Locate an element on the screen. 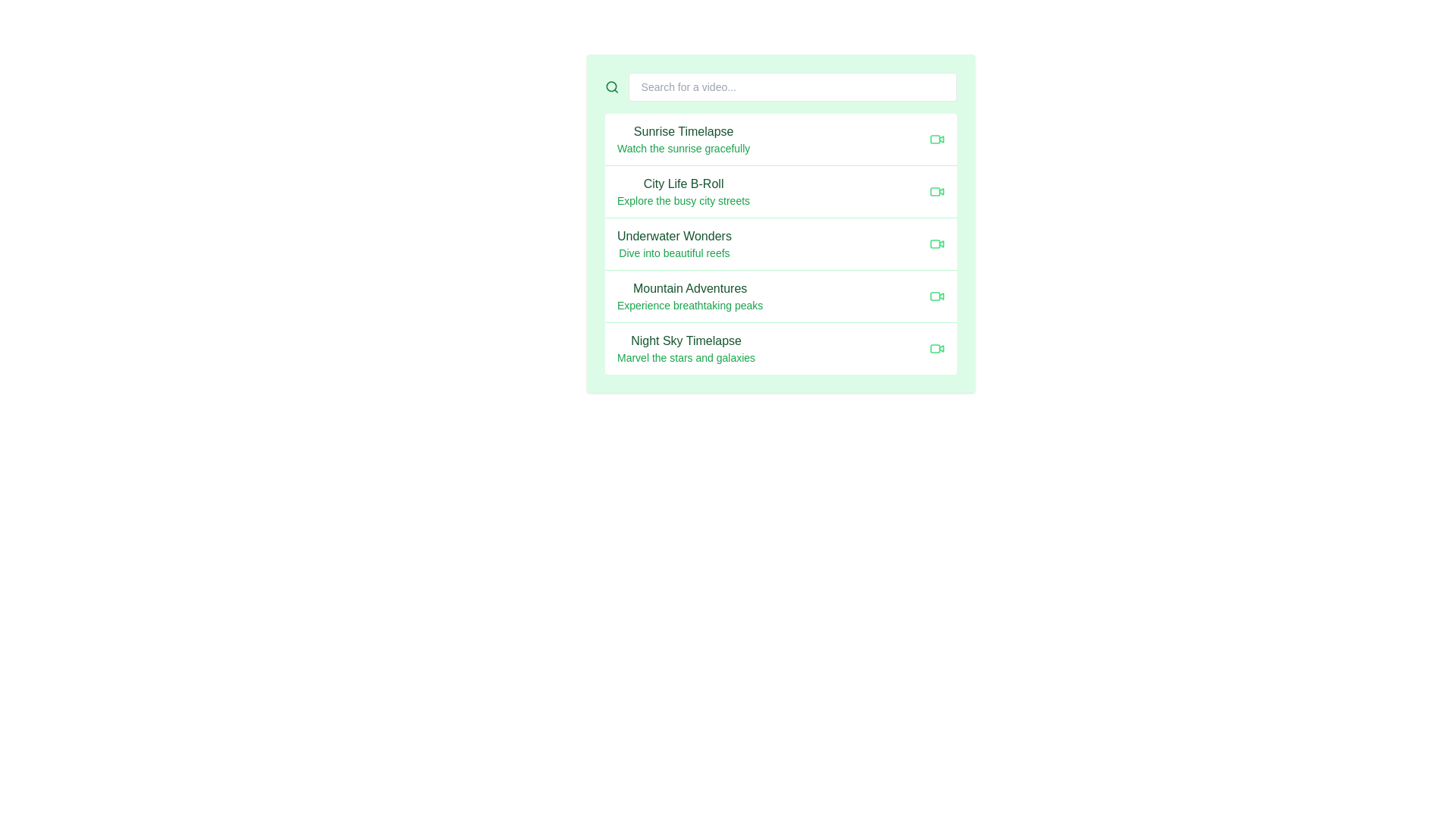 The height and width of the screenshot is (819, 1456). the decorative icon located at the far-right of the row that indicates video content related to 'Mountain Adventures Experience breathtaking peaks' is located at coordinates (937, 296).